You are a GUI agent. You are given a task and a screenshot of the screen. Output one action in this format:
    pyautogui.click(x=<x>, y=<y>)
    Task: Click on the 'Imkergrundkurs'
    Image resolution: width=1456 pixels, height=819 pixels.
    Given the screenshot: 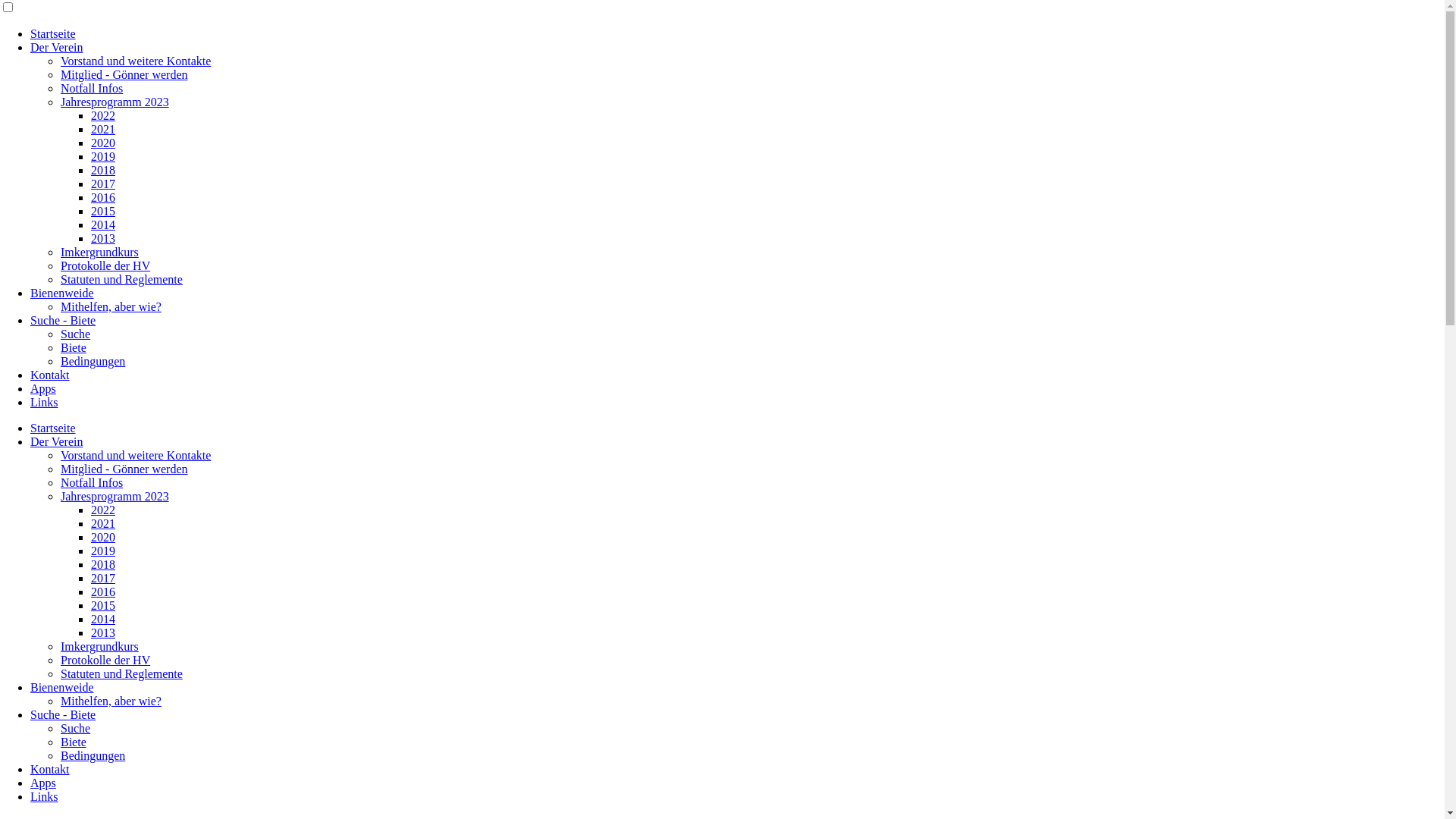 What is the action you would take?
    pyautogui.click(x=99, y=251)
    